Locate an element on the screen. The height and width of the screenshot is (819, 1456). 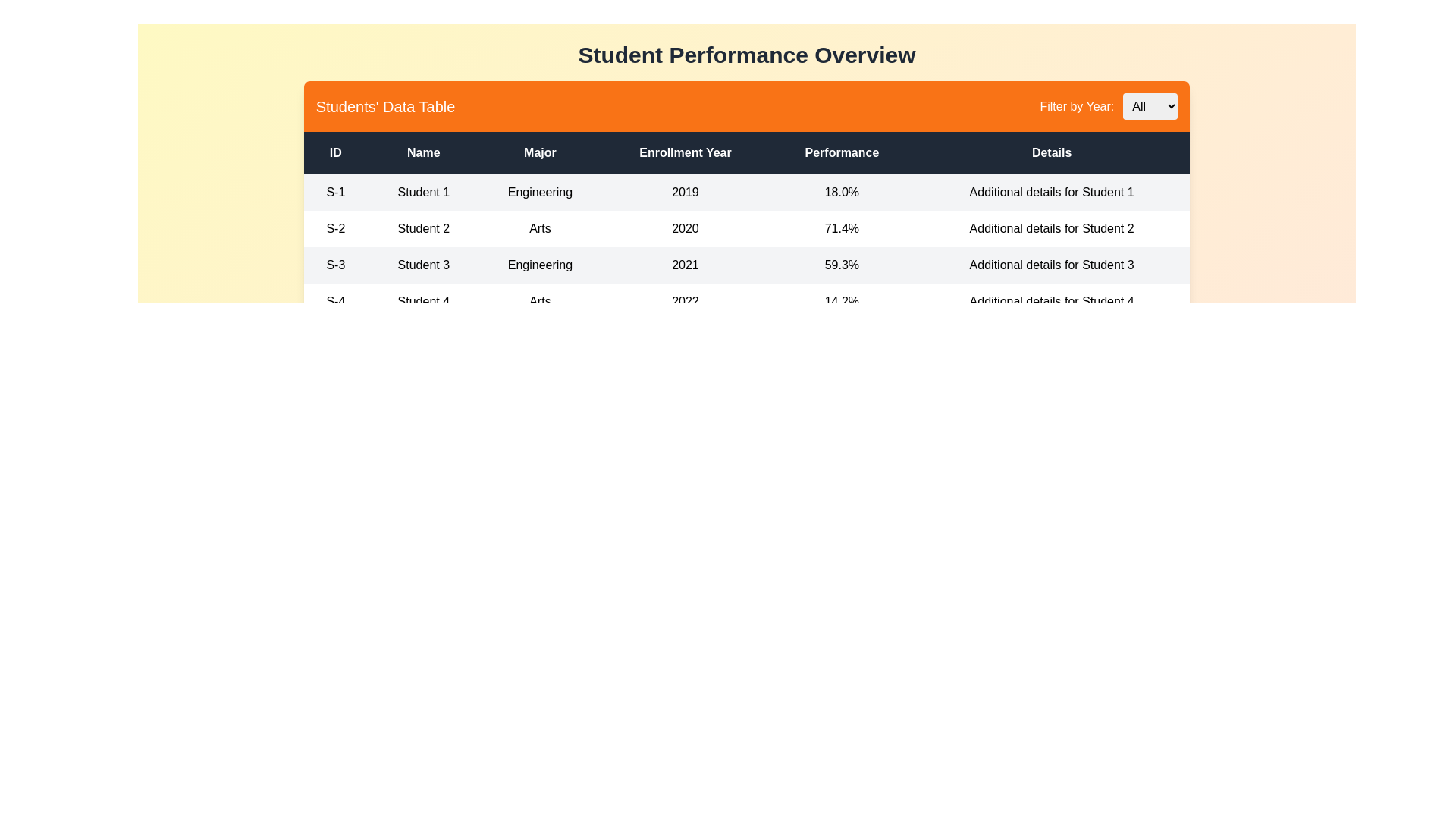
the year 2023 from the dropdown to filter the table is located at coordinates (1150, 105).